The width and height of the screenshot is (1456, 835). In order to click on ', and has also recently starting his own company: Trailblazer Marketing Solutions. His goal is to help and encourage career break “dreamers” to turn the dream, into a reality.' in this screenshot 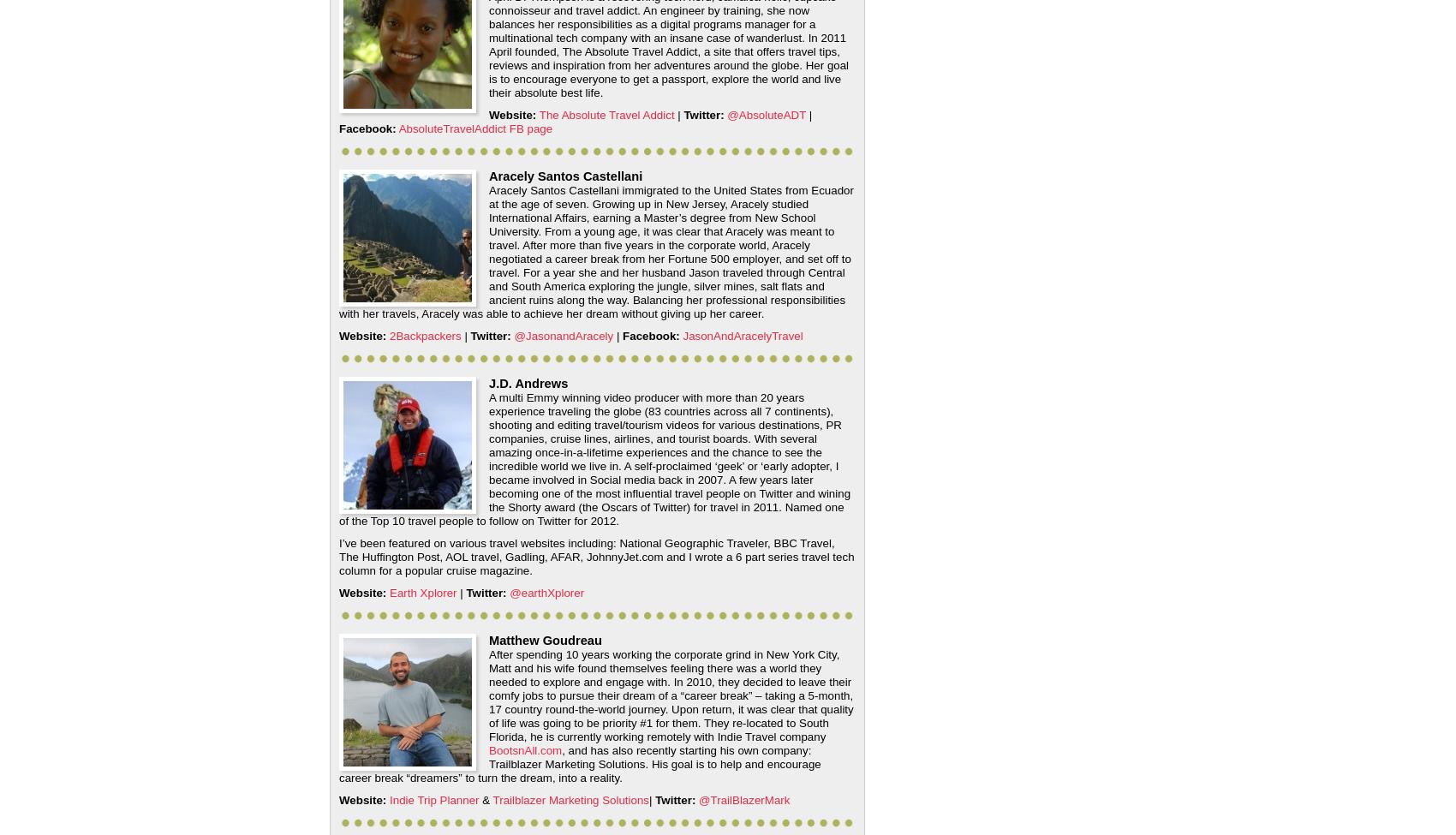, I will do `click(337, 763)`.